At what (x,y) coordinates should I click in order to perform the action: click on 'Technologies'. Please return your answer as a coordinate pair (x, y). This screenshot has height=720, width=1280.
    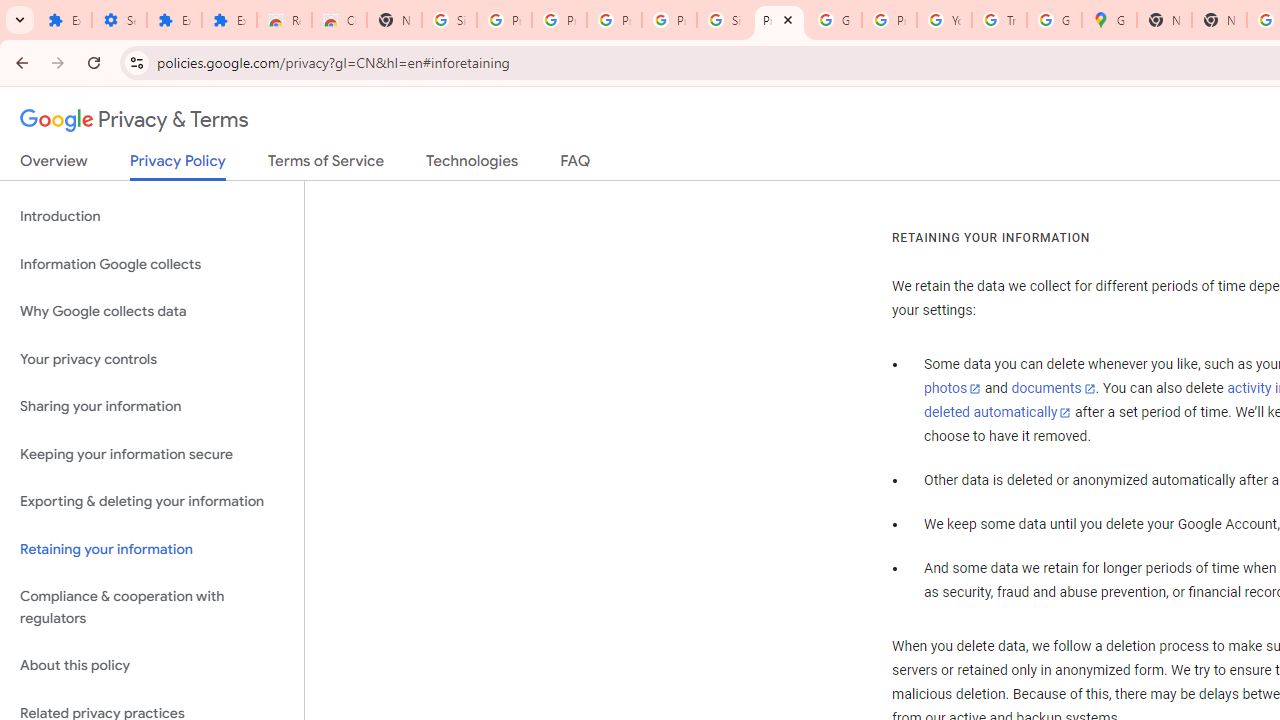
    Looking at the image, I should click on (471, 164).